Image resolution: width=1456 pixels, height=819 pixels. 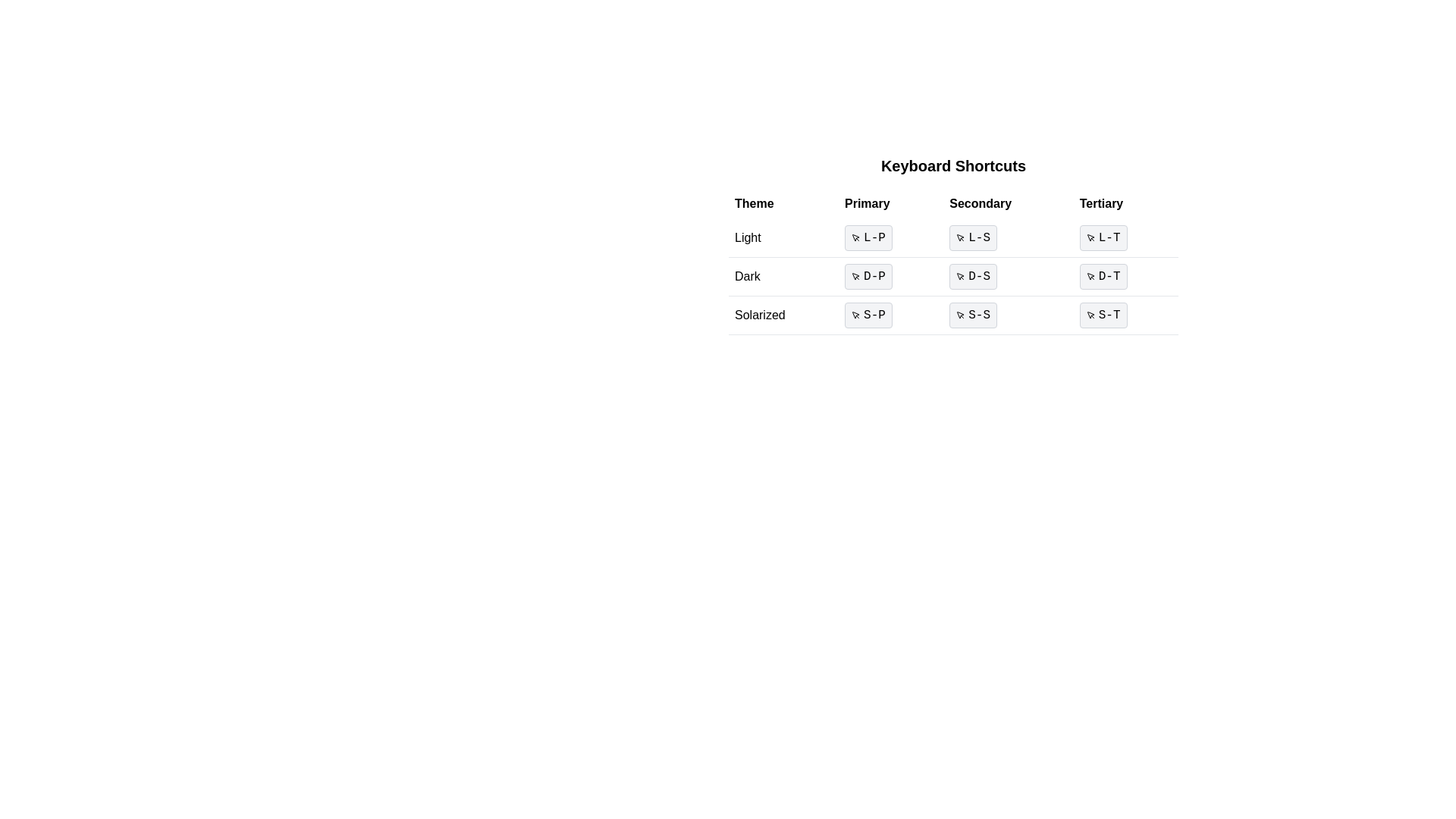 What do you see at coordinates (891, 237) in the screenshot?
I see `the button located in the 'Light' row of the structured table under the 'Primary' column` at bounding box center [891, 237].